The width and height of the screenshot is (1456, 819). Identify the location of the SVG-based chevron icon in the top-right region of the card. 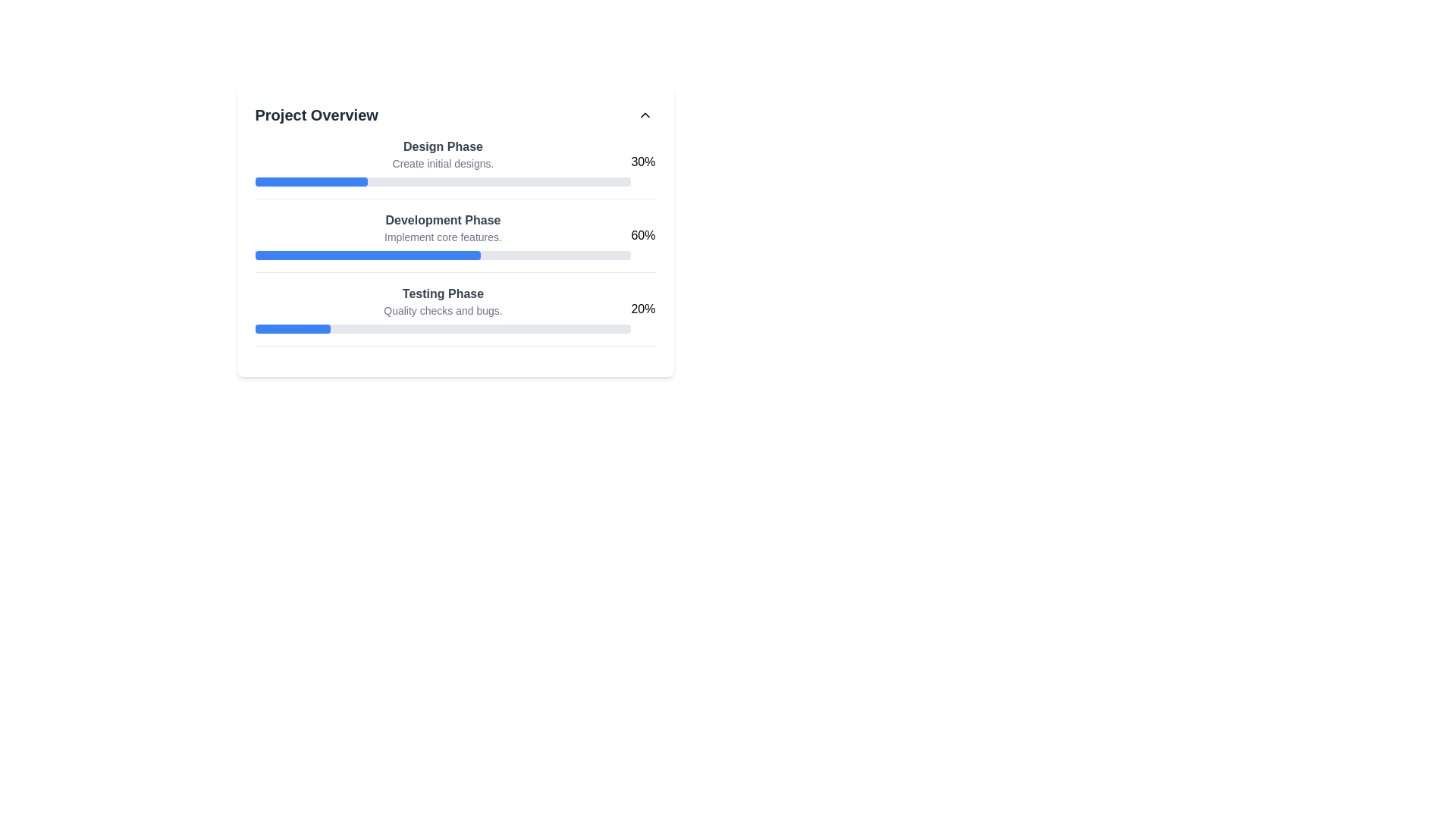
(645, 114).